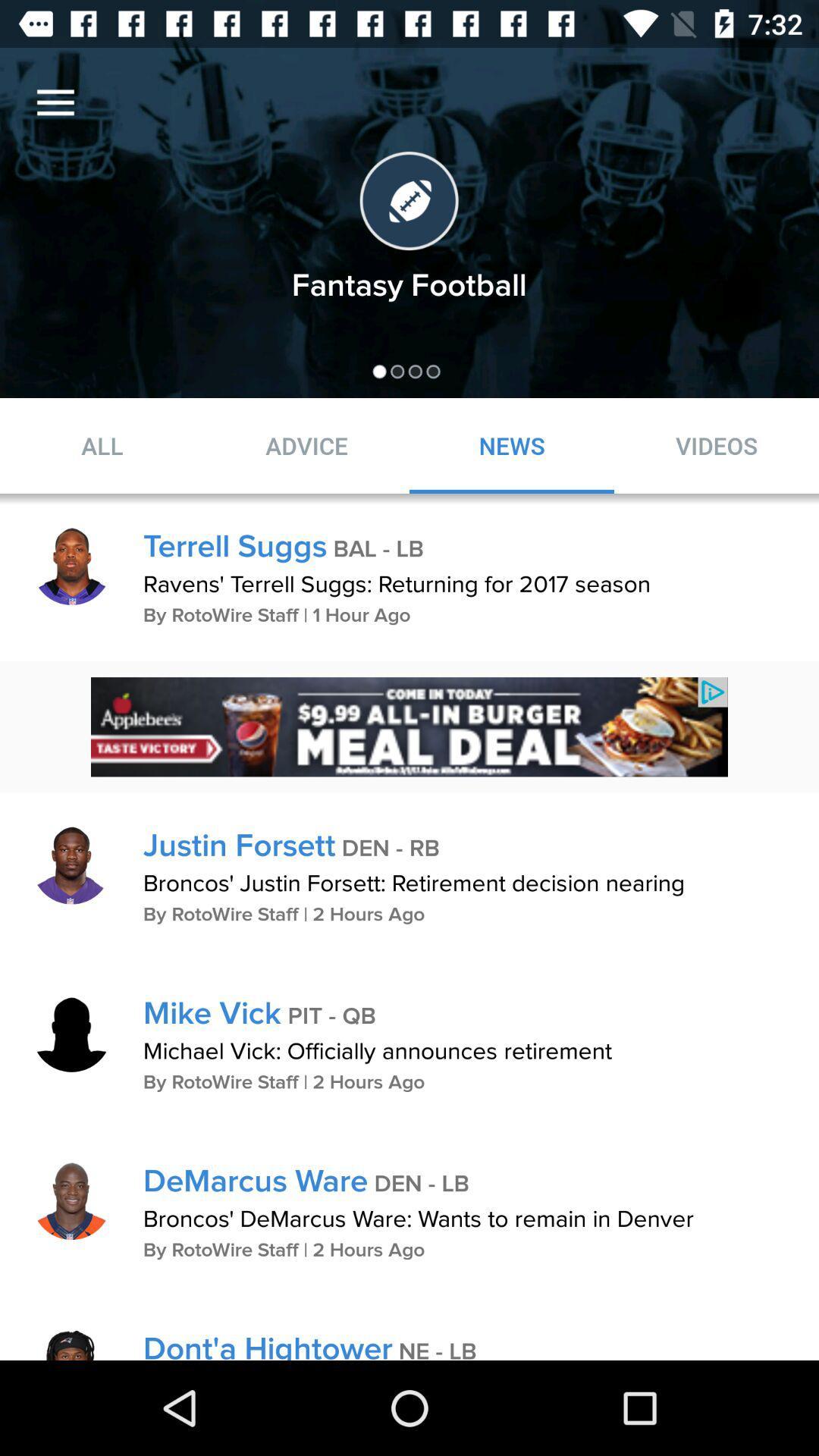 This screenshot has width=819, height=1456. I want to click on the text news, so click(512, 445).